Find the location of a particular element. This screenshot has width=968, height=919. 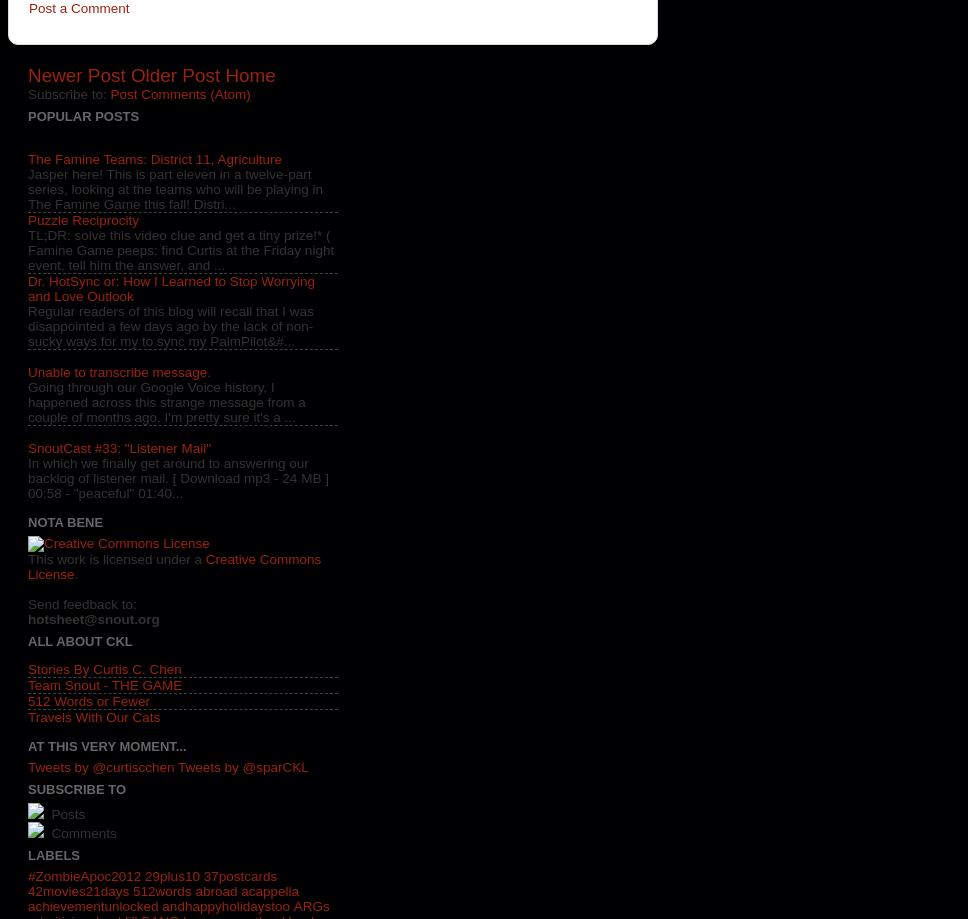

'At This Very Moment...' is located at coordinates (106, 745).